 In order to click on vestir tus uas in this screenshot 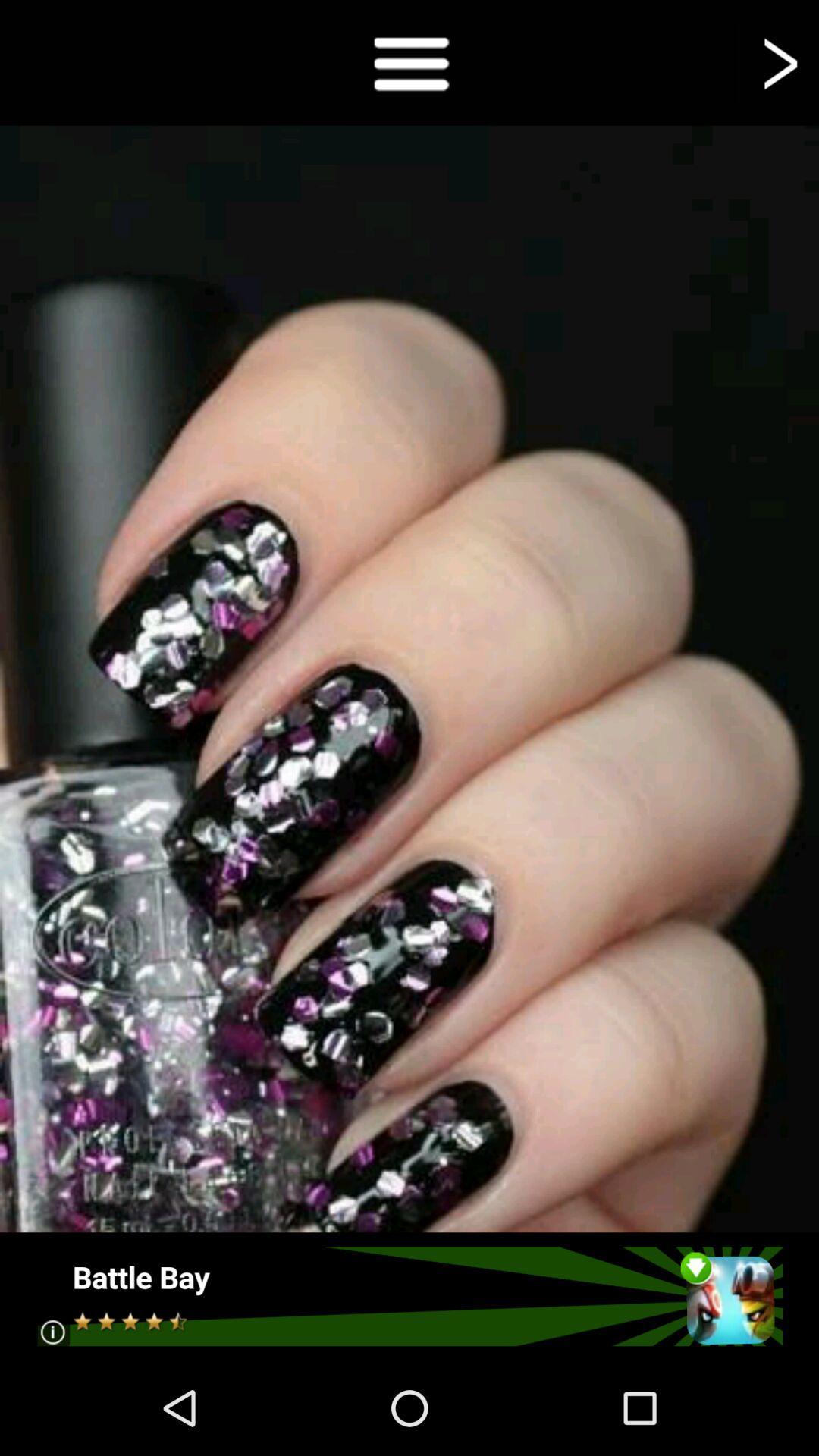, I will do `click(409, 61)`.